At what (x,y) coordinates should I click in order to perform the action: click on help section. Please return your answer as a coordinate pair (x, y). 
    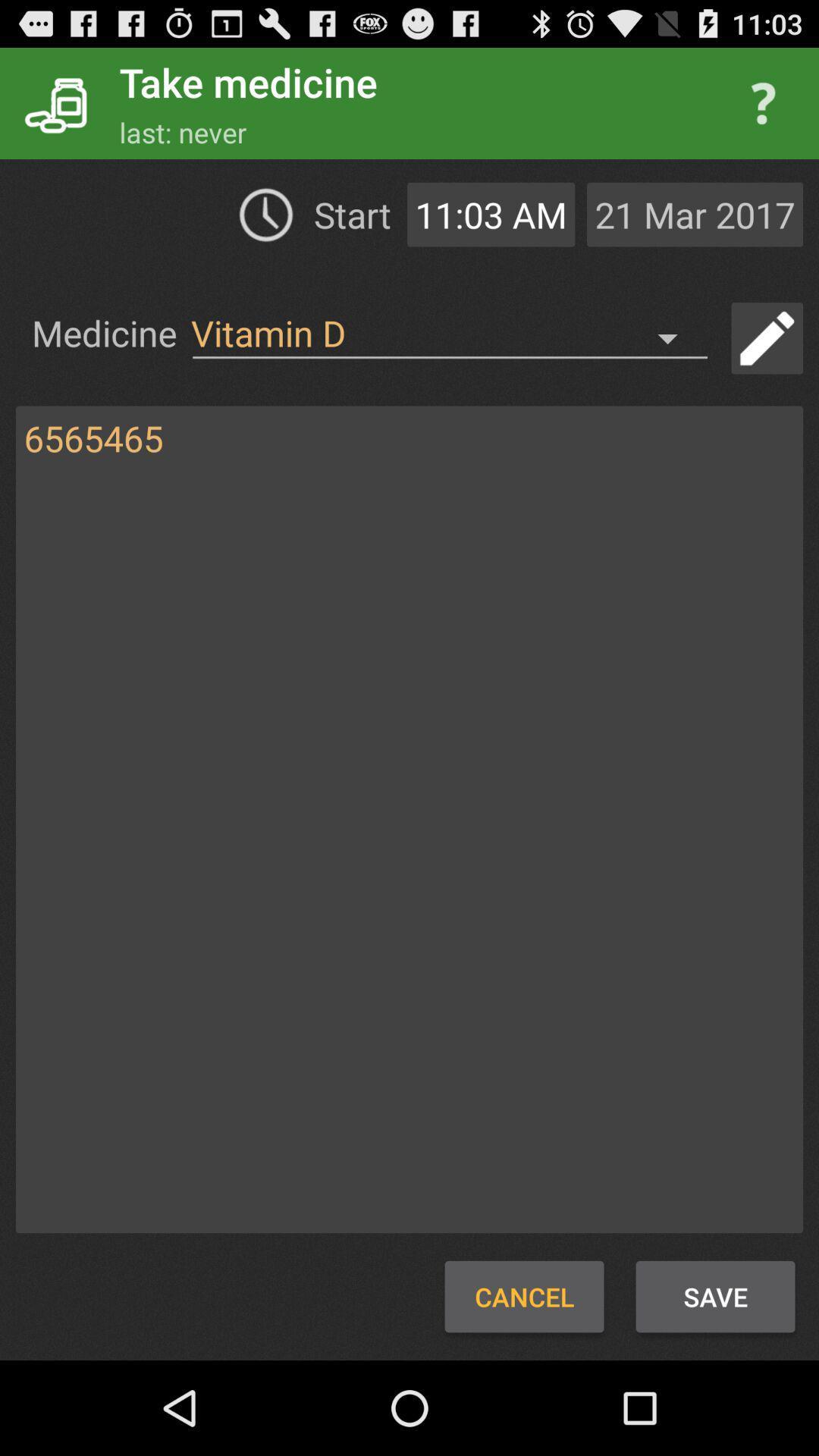
    Looking at the image, I should click on (763, 102).